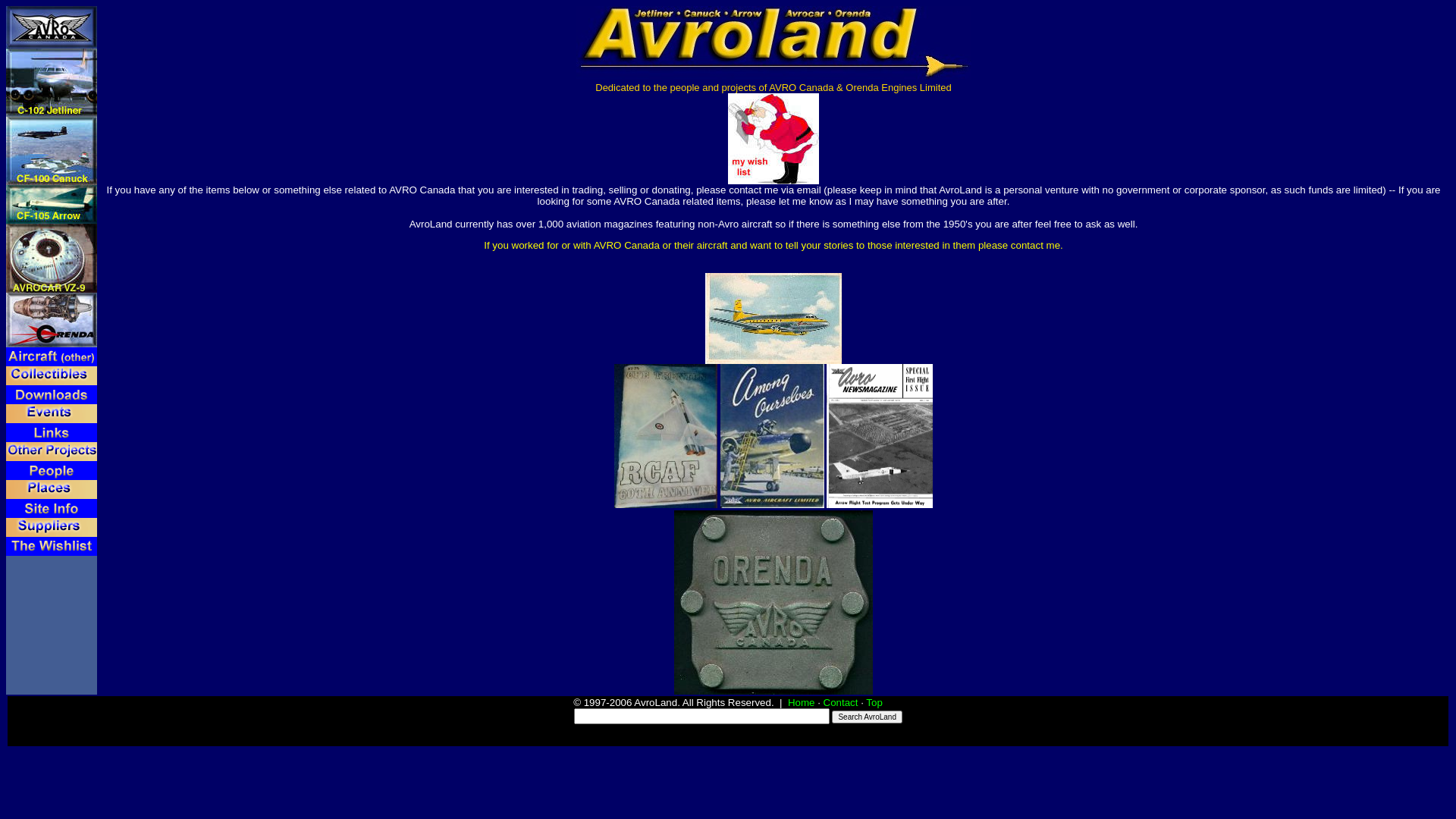 The height and width of the screenshot is (819, 1456). What do you see at coordinates (800, 702) in the screenshot?
I see `'Home'` at bounding box center [800, 702].